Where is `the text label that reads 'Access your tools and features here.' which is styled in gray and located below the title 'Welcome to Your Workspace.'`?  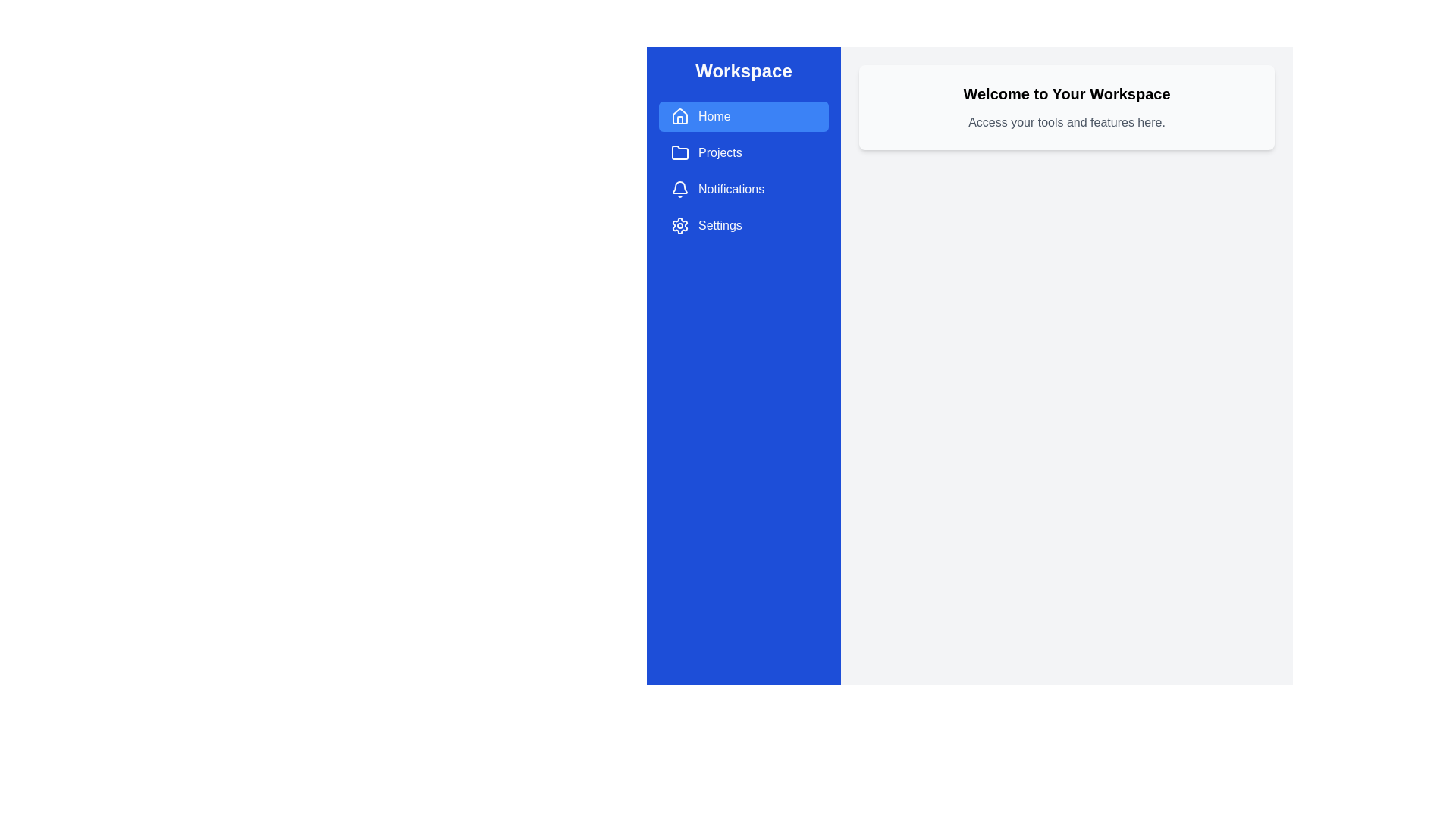 the text label that reads 'Access your tools and features here.' which is styled in gray and located below the title 'Welcome to Your Workspace.' is located at coordinates (1065, 122).